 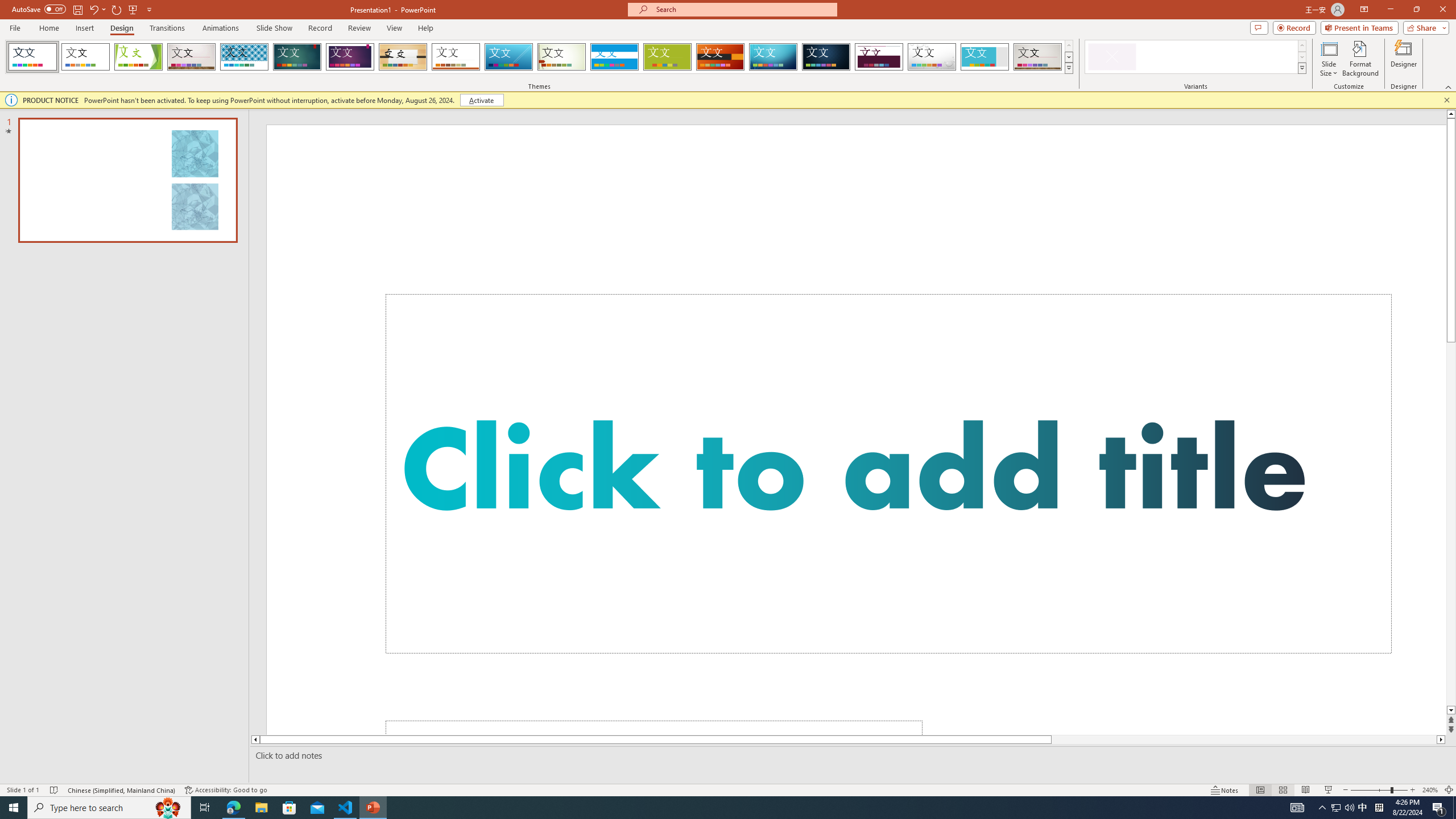 I want to click on 'Variants', so click(x=1301, y=67).